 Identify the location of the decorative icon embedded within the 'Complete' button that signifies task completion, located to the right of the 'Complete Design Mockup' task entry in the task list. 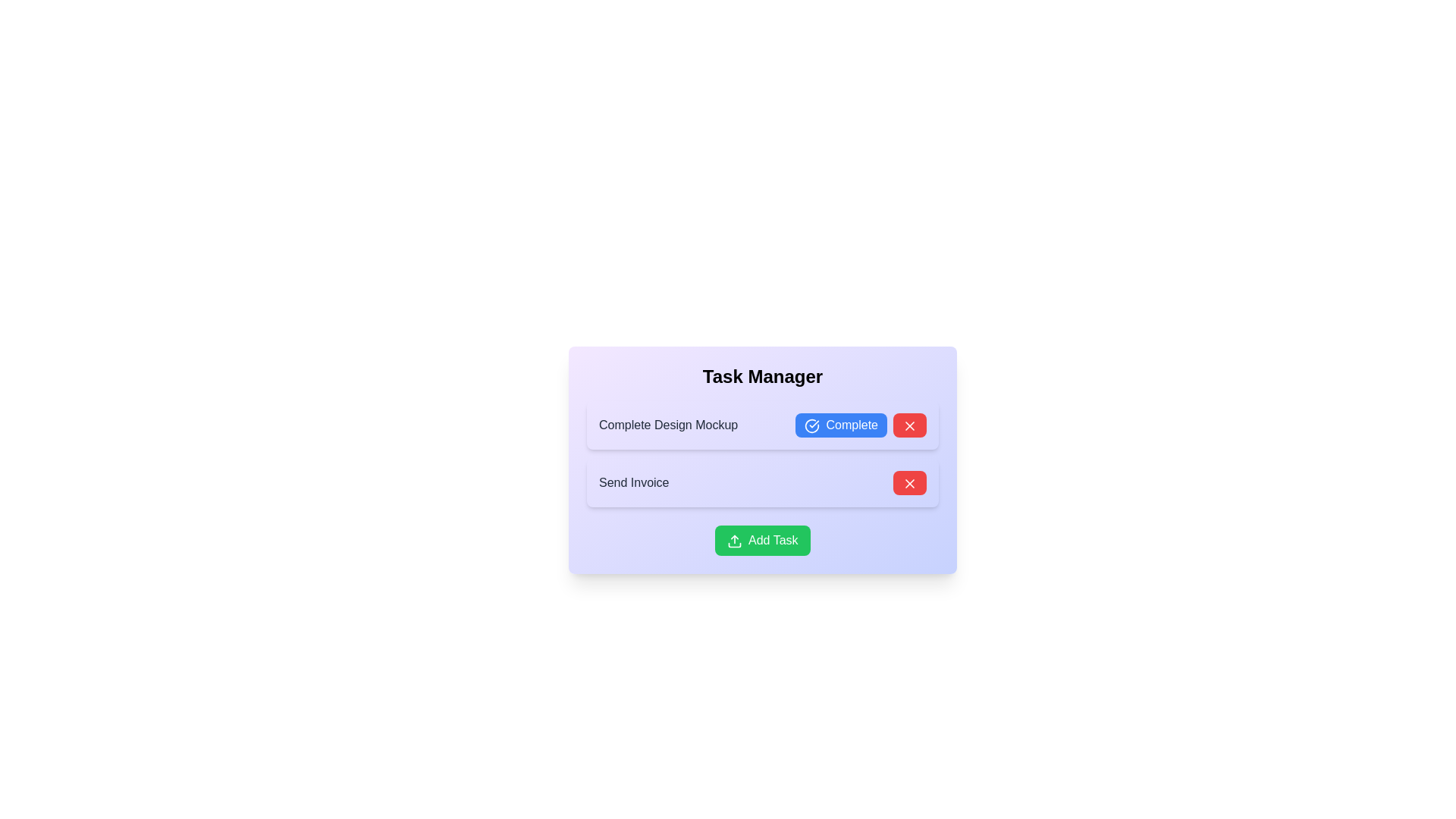
(811, 425).